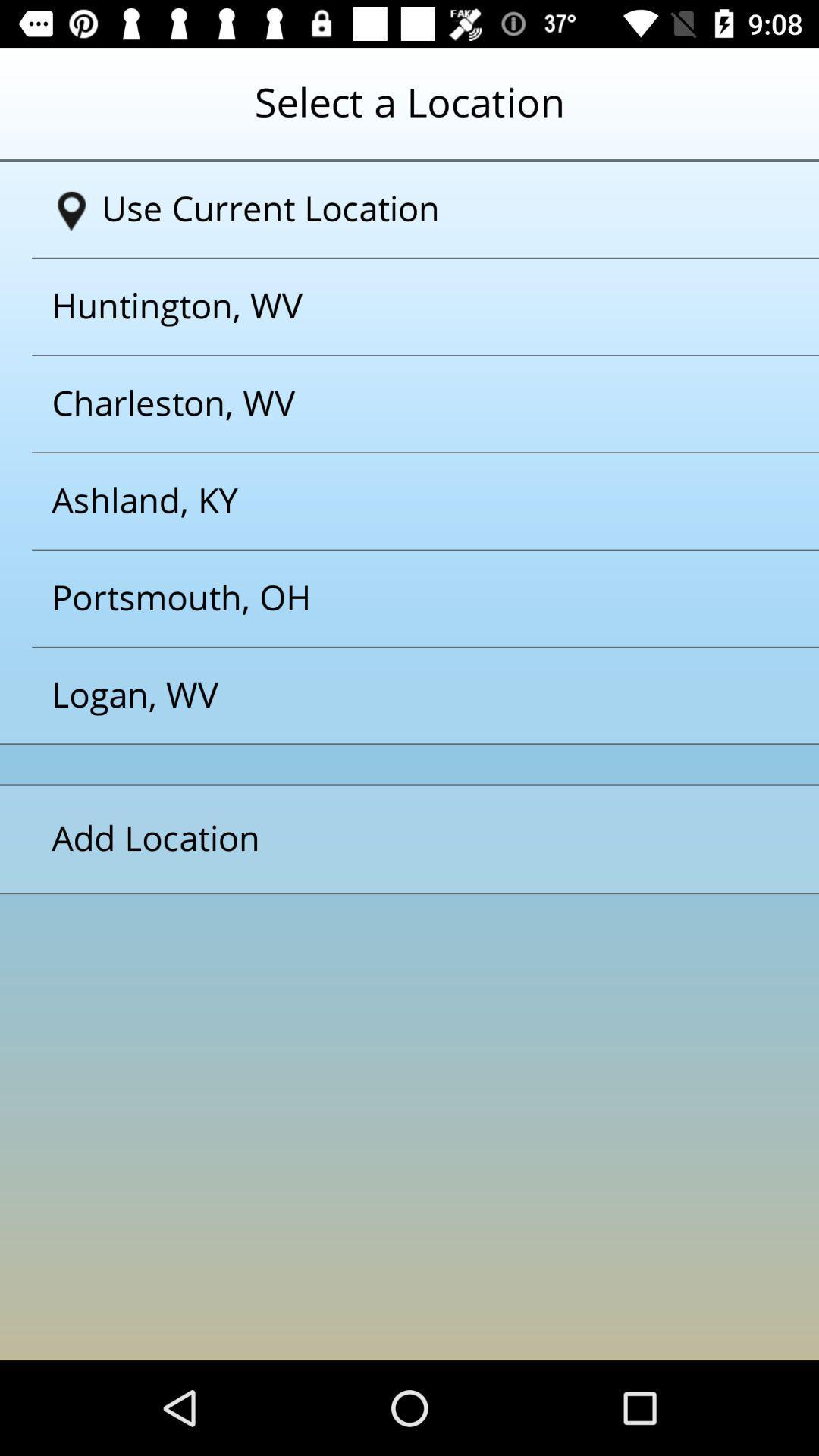 The width and height of the screenshot is (819, 1456). I want to click on text use current location, so click(415, 209).